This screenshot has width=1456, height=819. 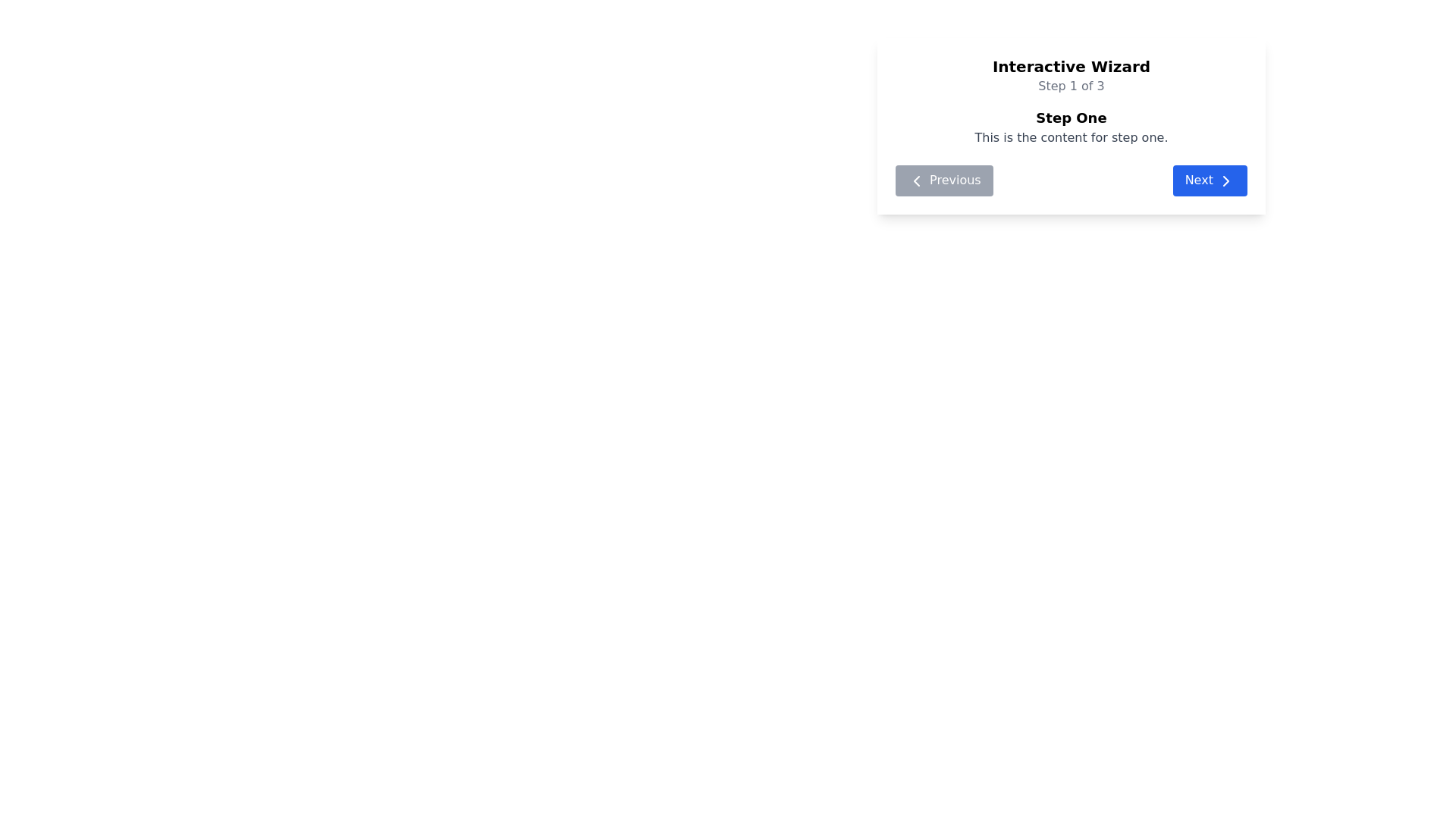 I want to click on the text element reading 'Step 1 of 3', which is styled with a gray font color and is centrally aligned beneath the header 'Interactive Wizard', so click(x=1070, y=86).